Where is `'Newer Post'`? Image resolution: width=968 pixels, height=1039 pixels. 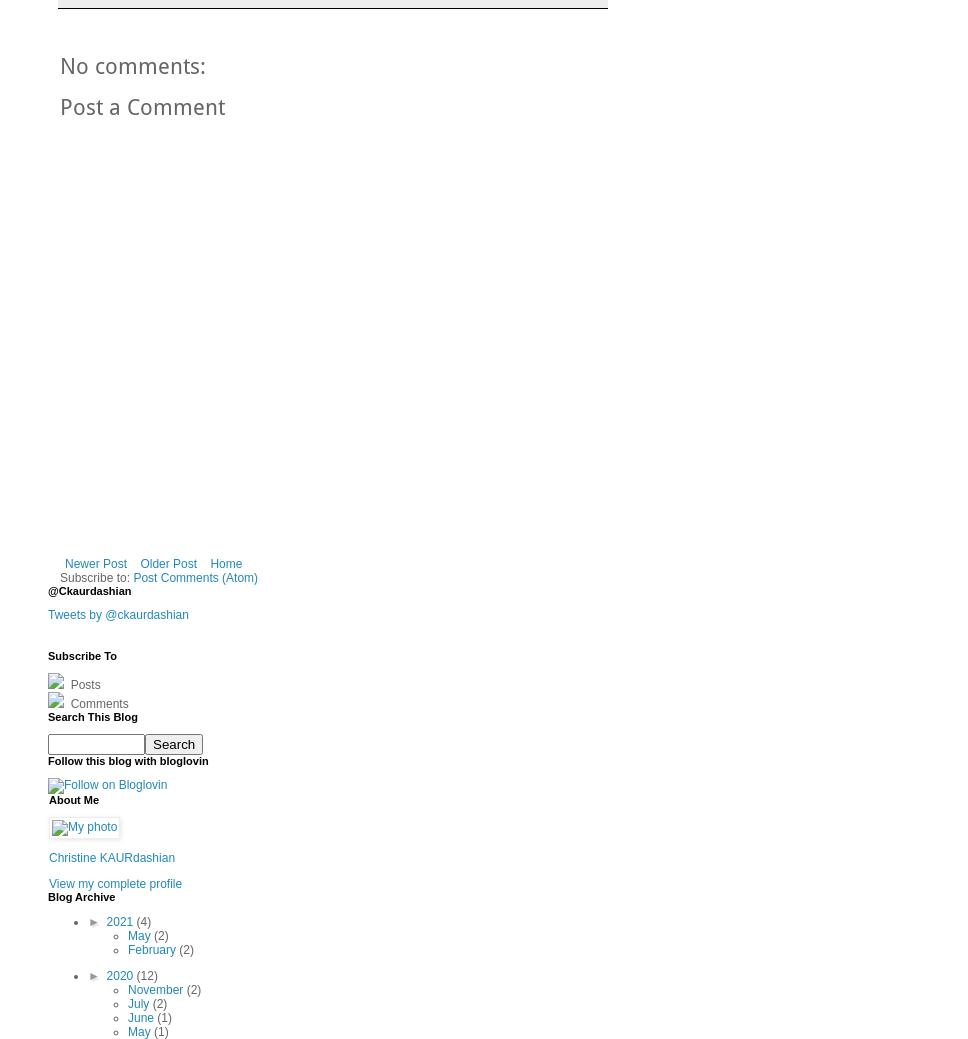 'Newer Post' is located at coordinates (96, 563).